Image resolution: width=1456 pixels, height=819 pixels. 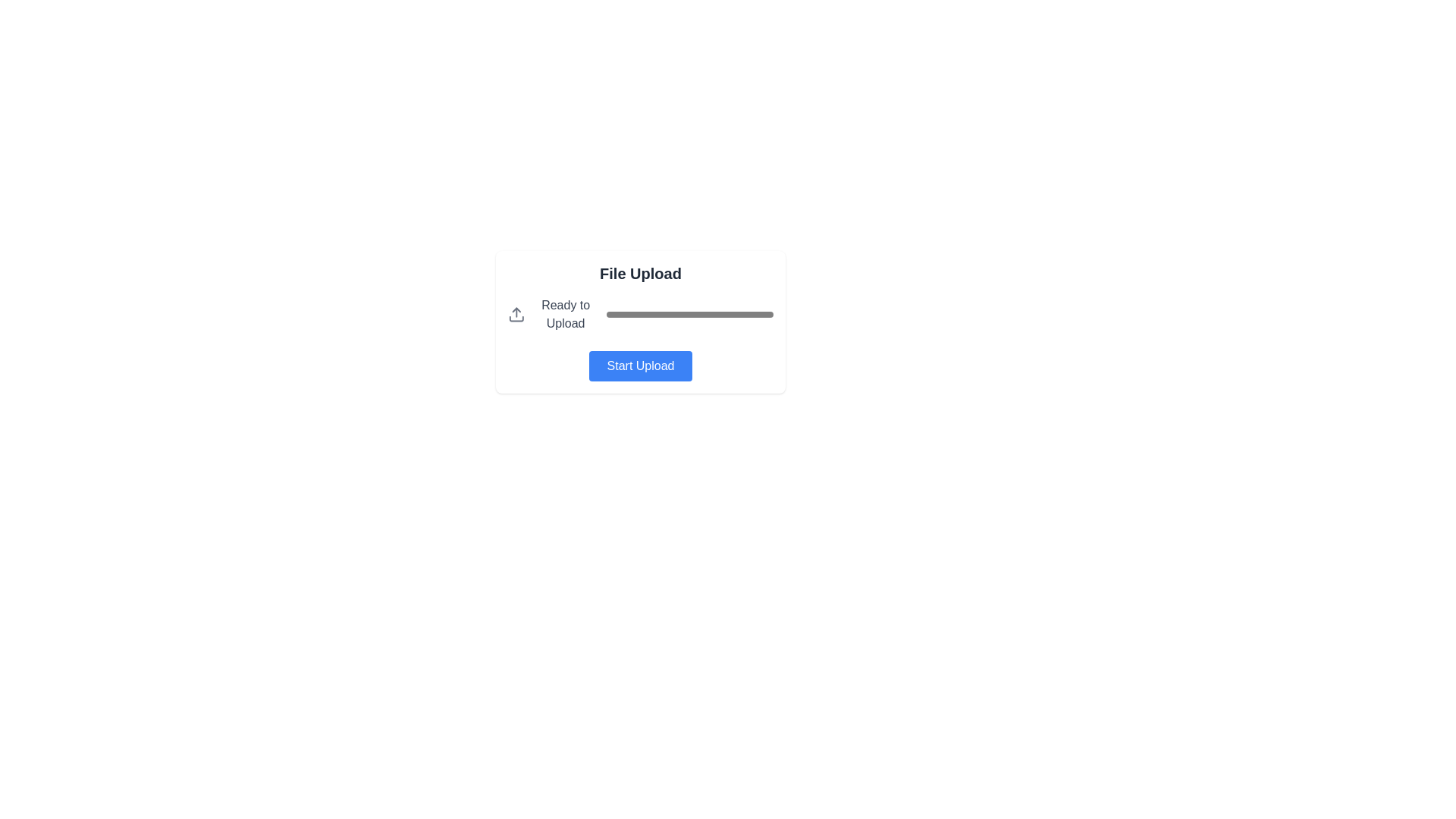 I want to click on the static text label indicating the upload status, which is positioned between the upload icon and the progress bar, so click(x=565, y=314).